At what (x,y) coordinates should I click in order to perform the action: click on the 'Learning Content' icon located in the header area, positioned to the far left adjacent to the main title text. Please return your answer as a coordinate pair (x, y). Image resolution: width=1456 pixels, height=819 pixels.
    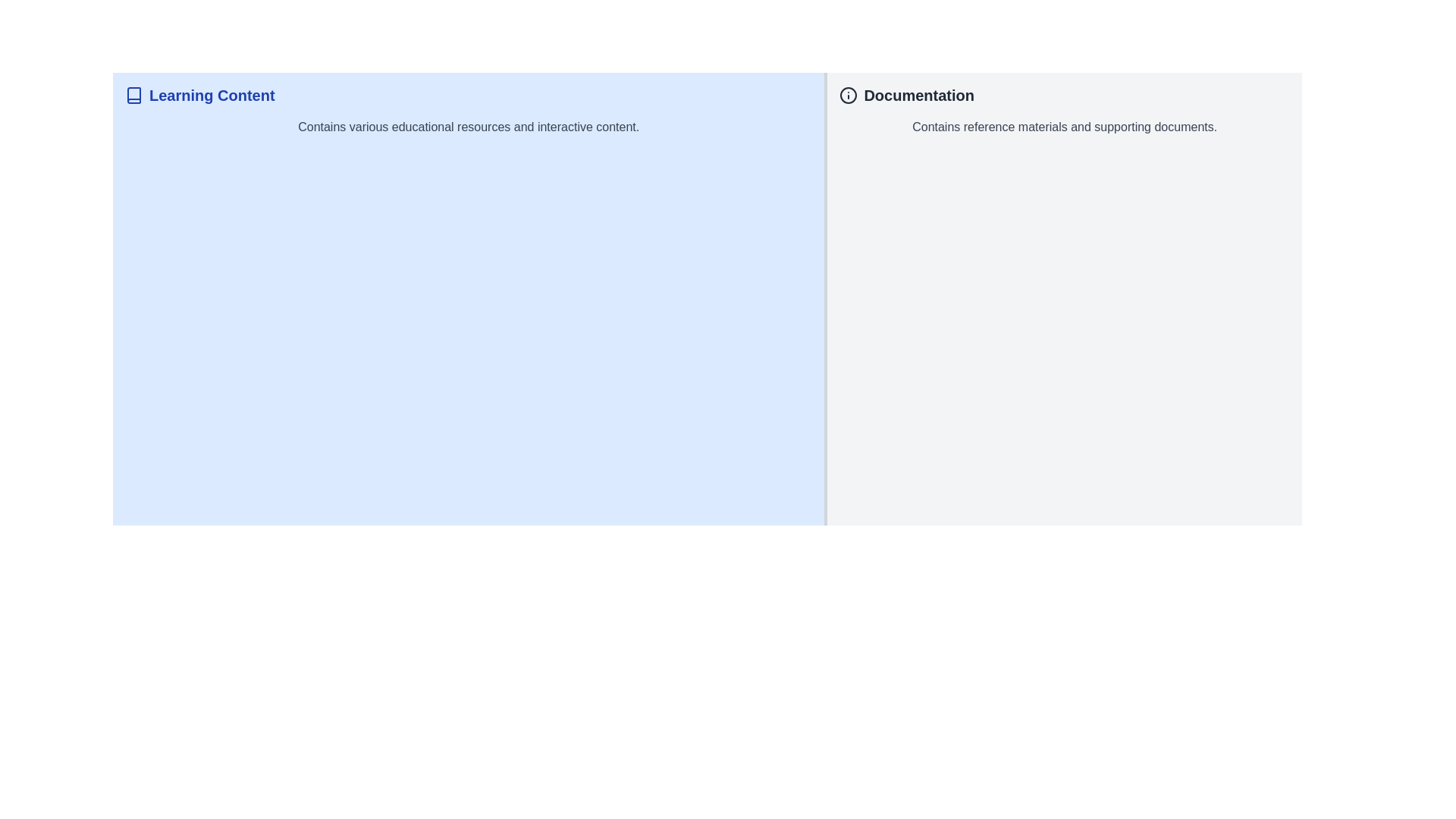
    Looking at the image, I should click on (134, 96).